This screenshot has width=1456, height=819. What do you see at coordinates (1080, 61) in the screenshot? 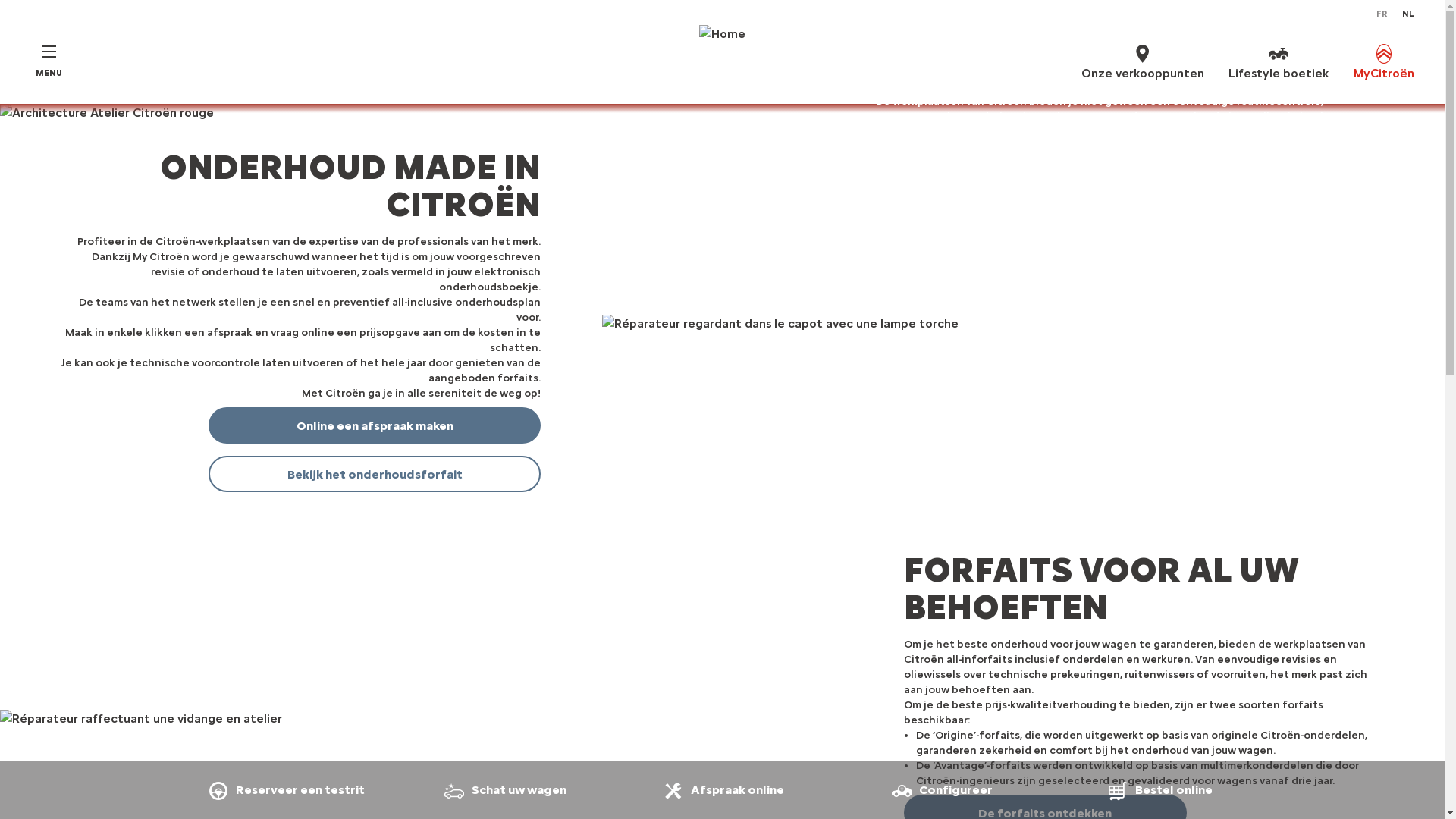
I see `'Onze verkooppunten'` at bounding box center [1080, 61].